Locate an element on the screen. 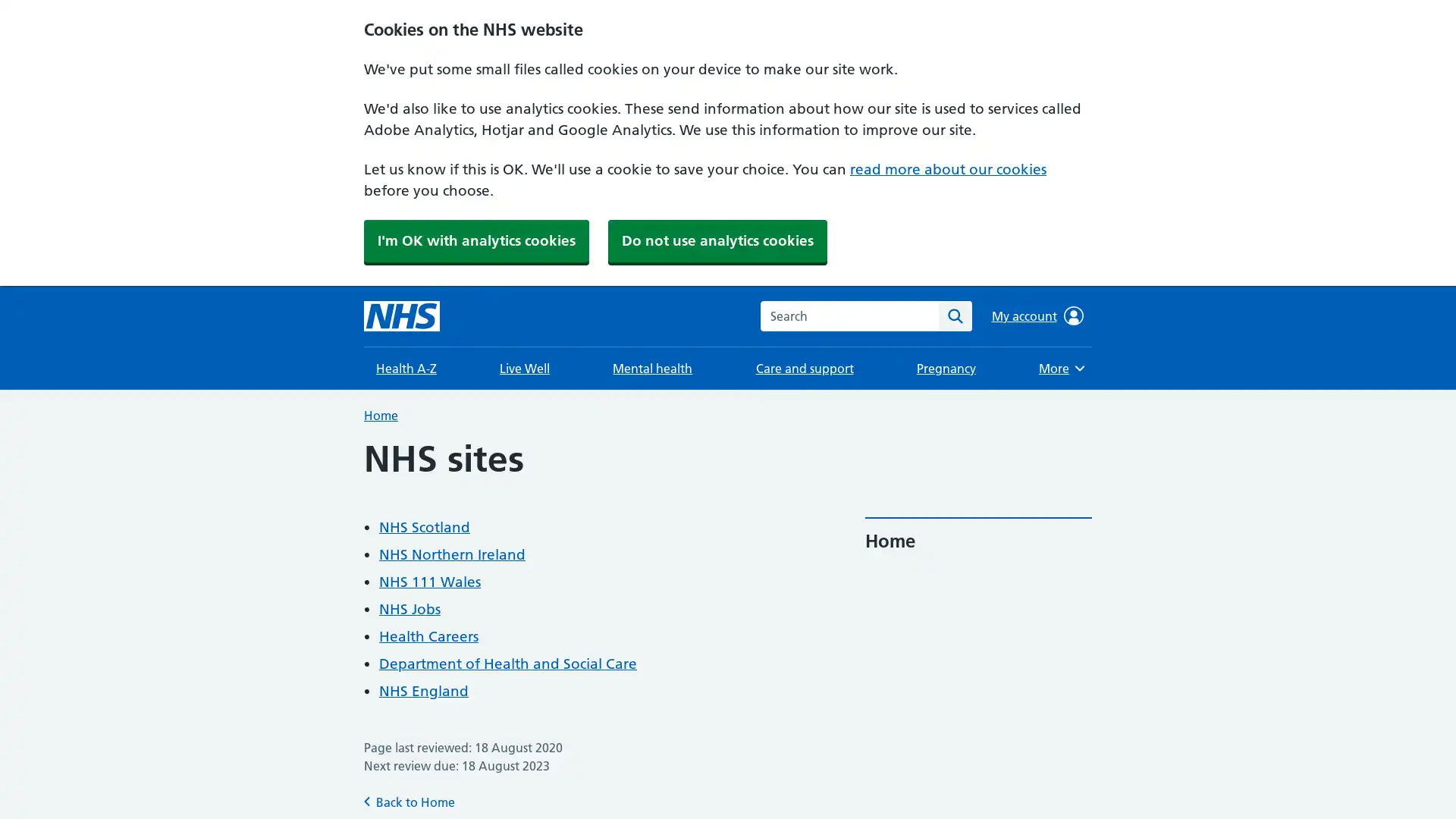  I'm OK with analytics cookies is located at coordinates (475, 240).